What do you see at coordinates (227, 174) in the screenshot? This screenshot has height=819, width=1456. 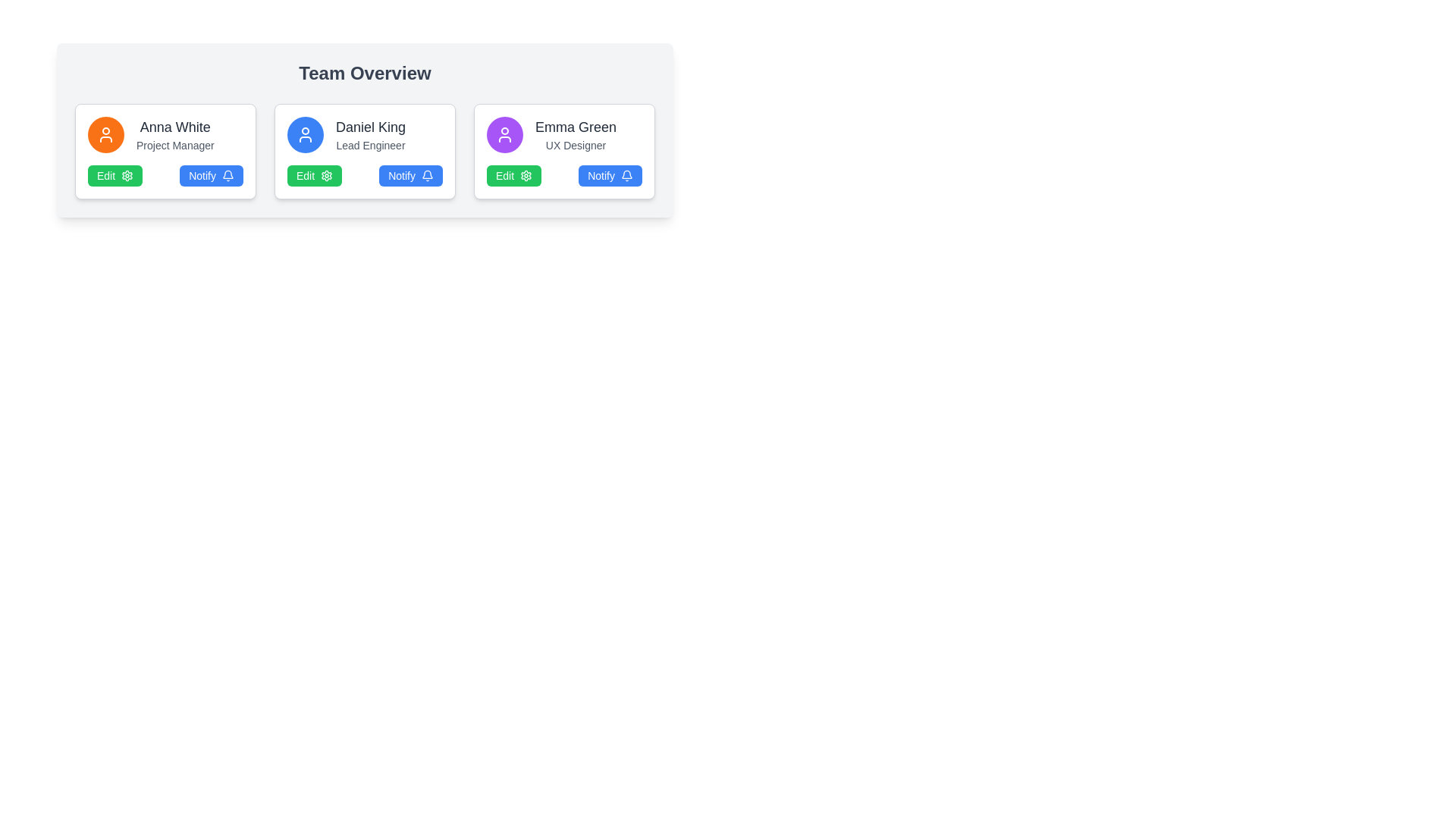 I see `the bell icon embedded within the 'Notify' button located at the bottom-right of Anna White's card` at bounding box center [227, 174].